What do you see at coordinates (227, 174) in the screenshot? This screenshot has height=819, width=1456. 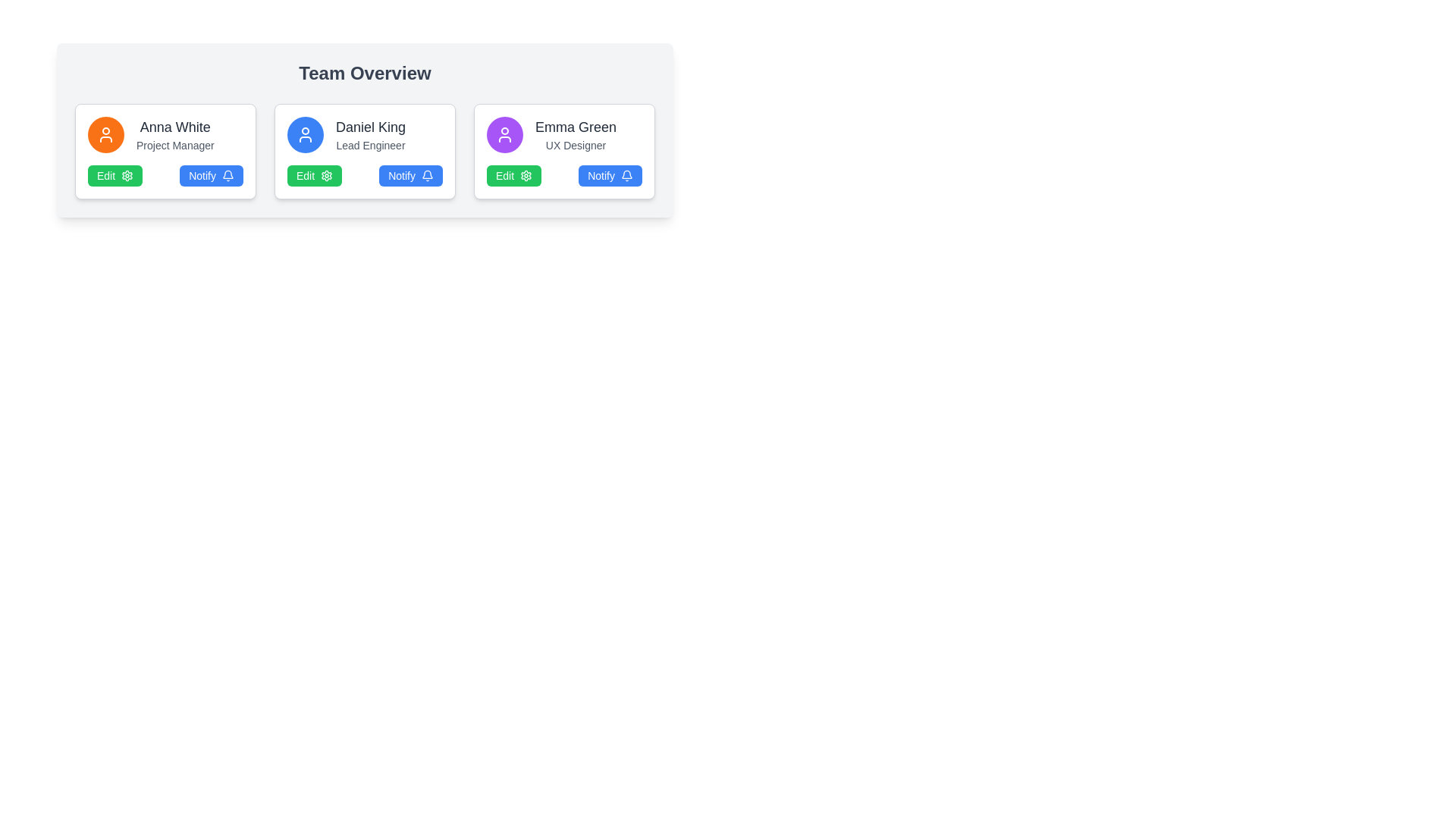 I see `the bell icon embedded within the 'Notify' button located at the bottom-right of Anna White's card` at bounding box center [227, 174].